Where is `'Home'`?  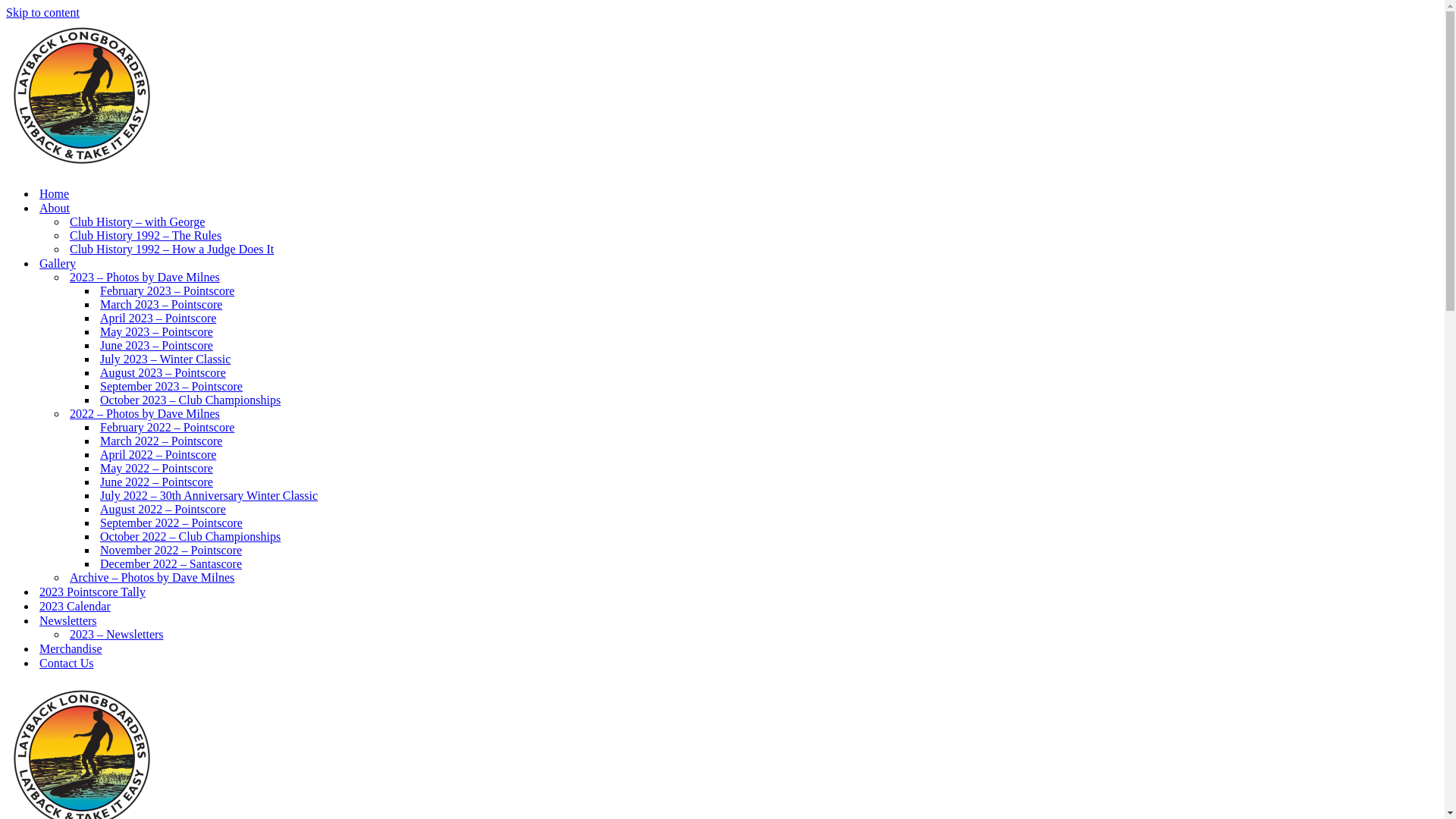 'Home' is located at coordinates (54, 193).